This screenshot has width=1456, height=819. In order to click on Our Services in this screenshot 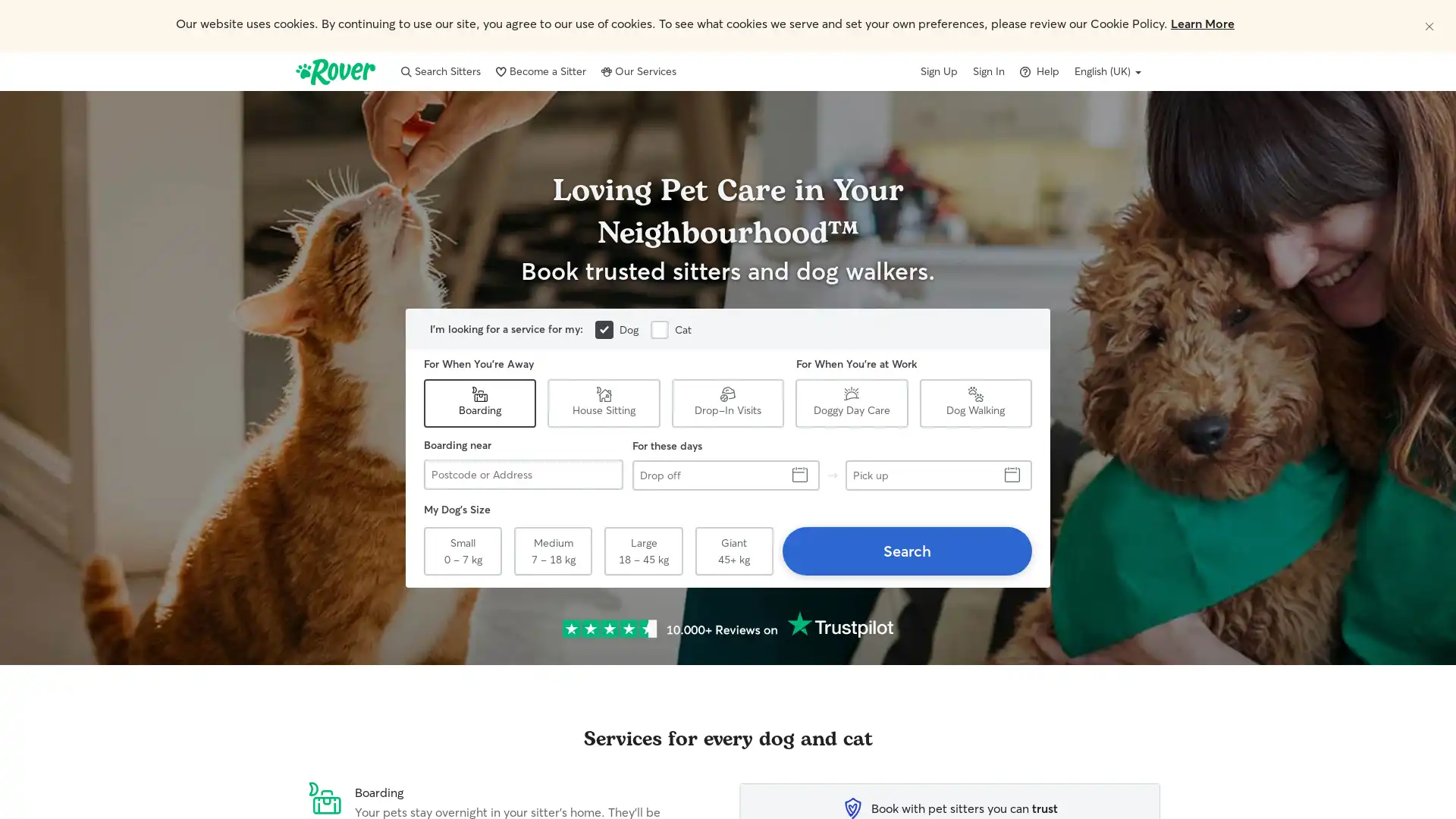, I will do `click(639, 71)`.